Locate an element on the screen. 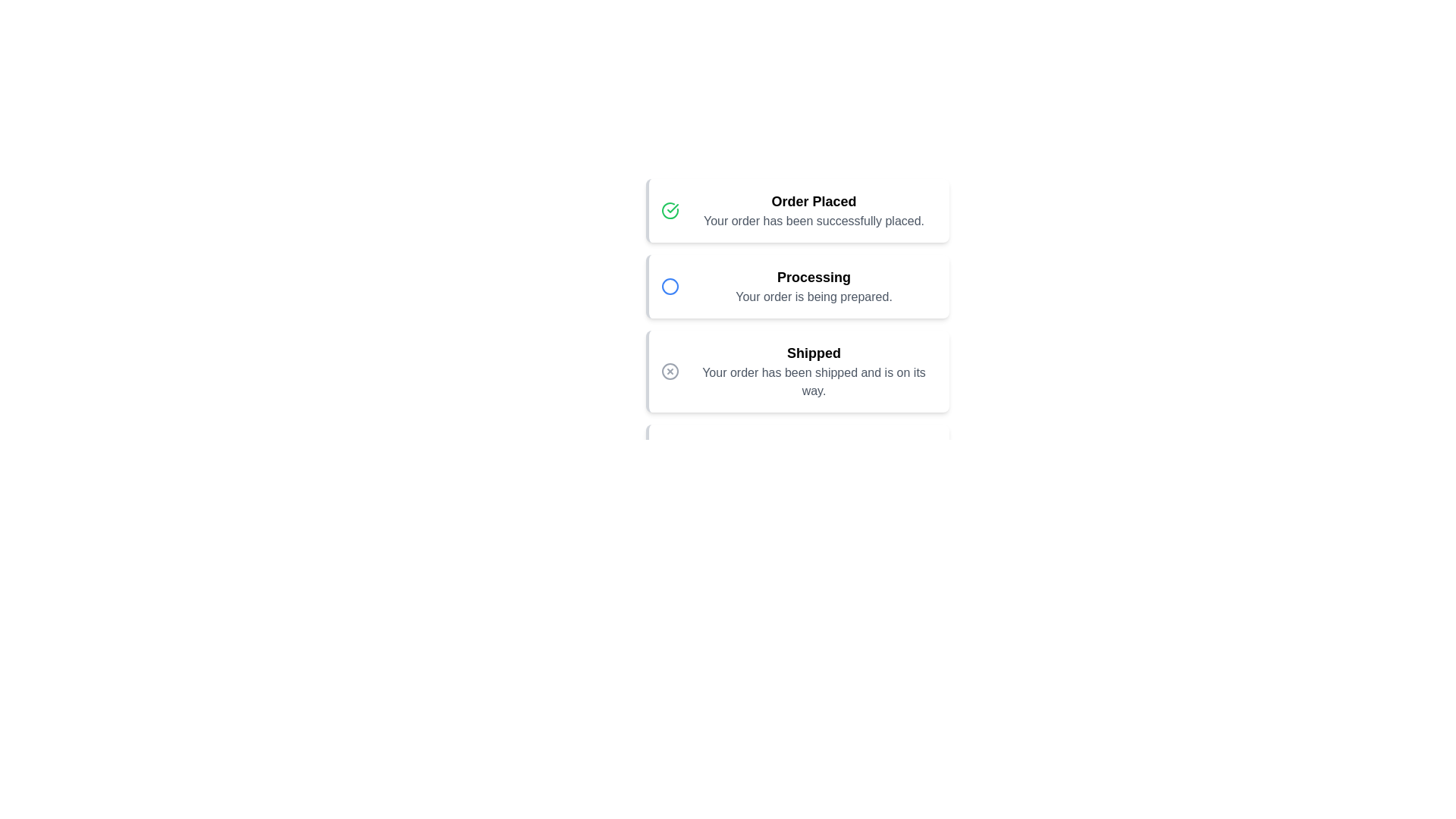  the title 'Order Placed' to select its text is located at coordinates (813, 201).